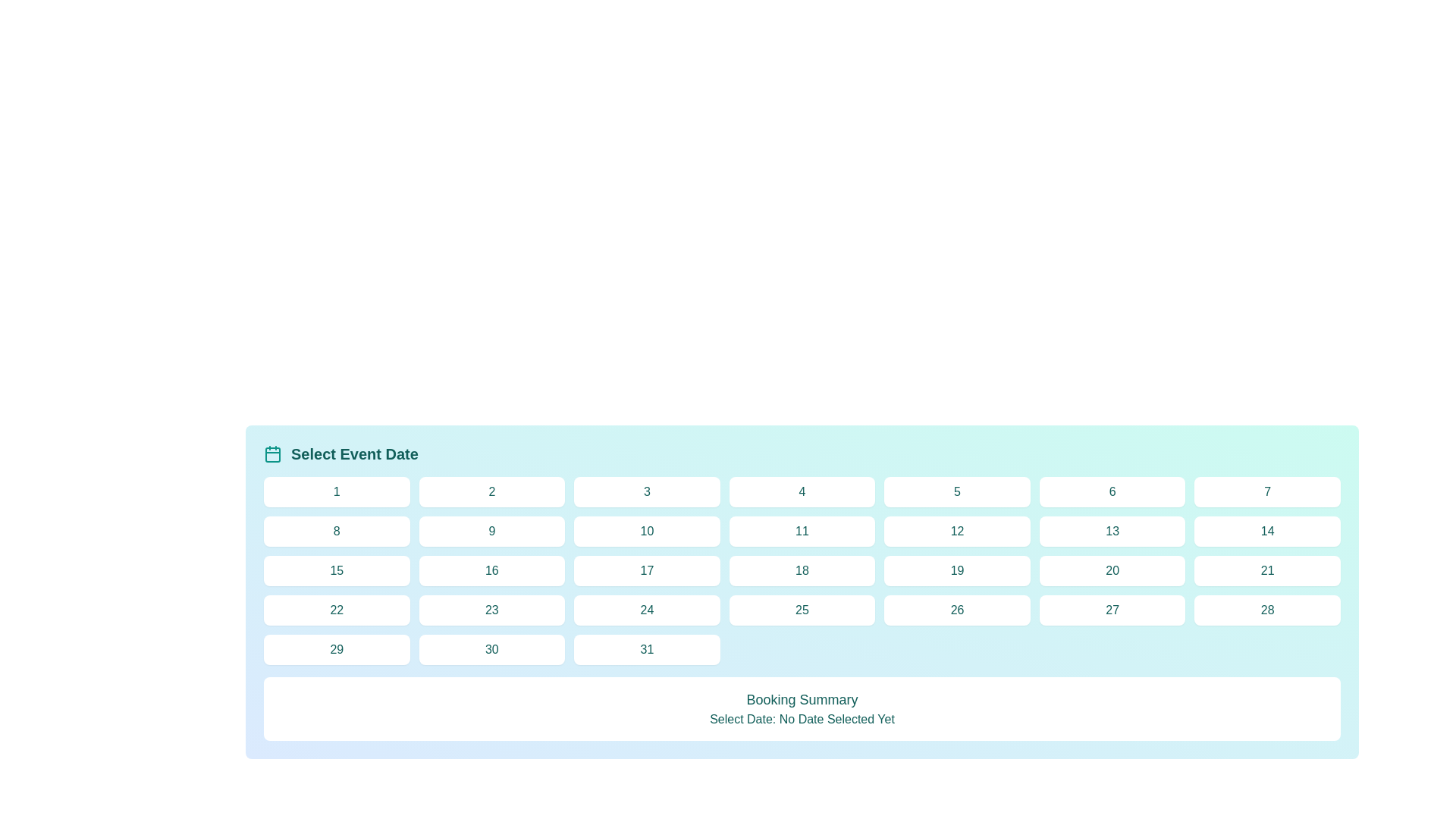 The height and width of the screenshot is (819, 1456). Describe the element at coordinates (1112, 531) in the screenshot. I see `the rectangular button displaying the number '13' in a bold teal font` at that location.